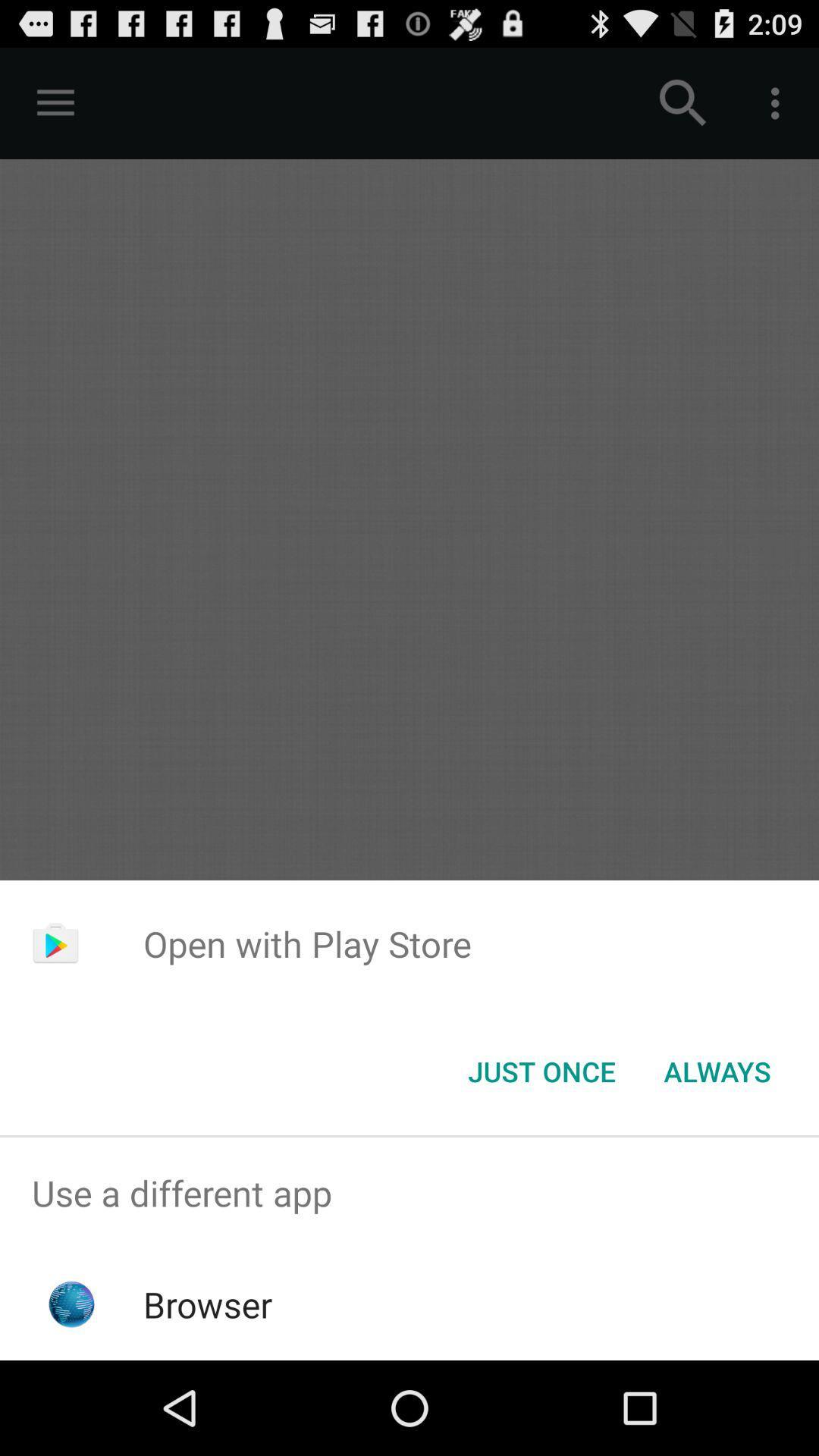 The width and height of the screenshot is (819, 1456). I want to click on the app below the open with play icon, so click(717, 1070).